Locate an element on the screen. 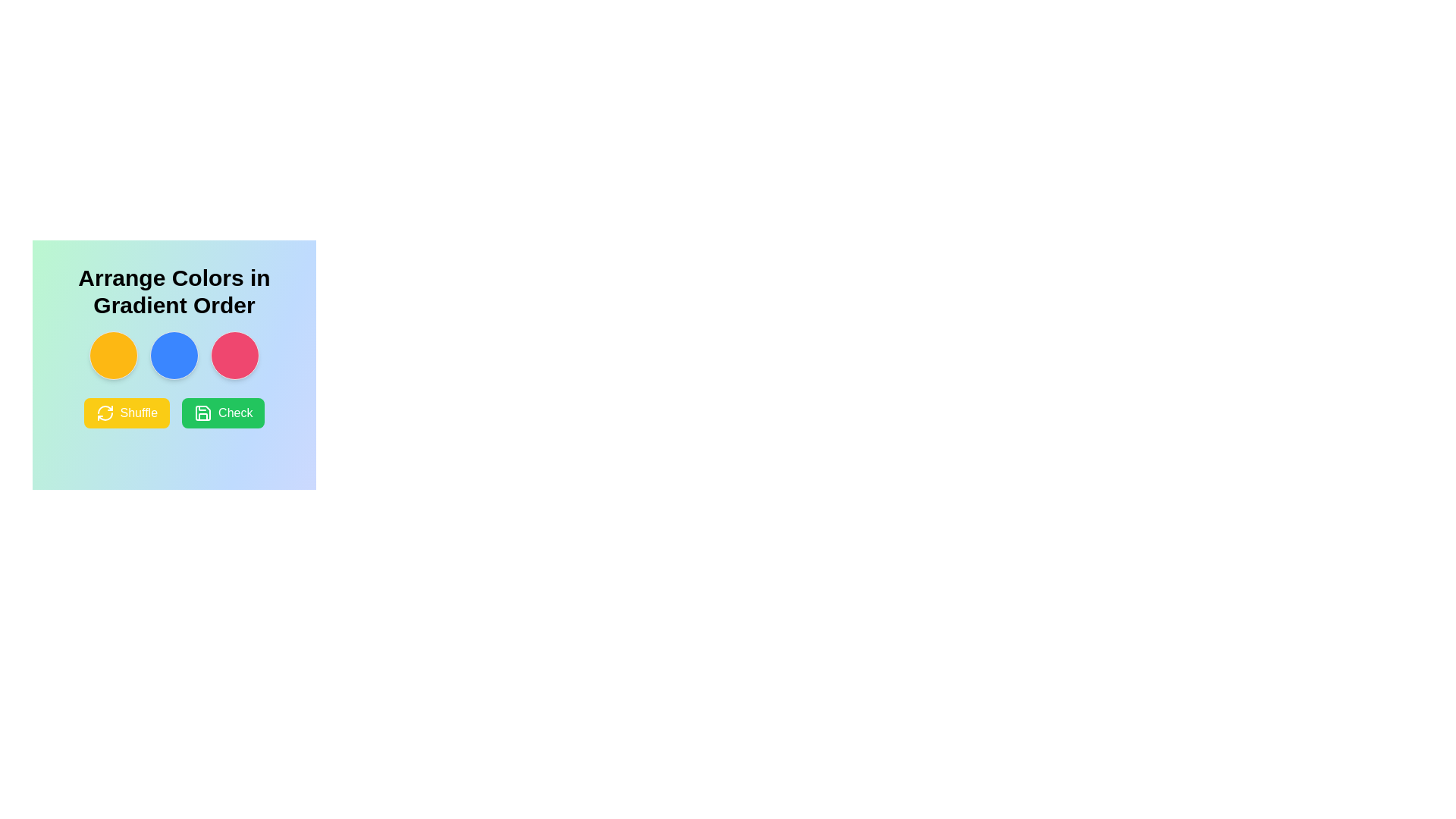 This screenshot has width=1456, height=819. the second draggable circle with a blue background color is located at coordinates (174, 356).